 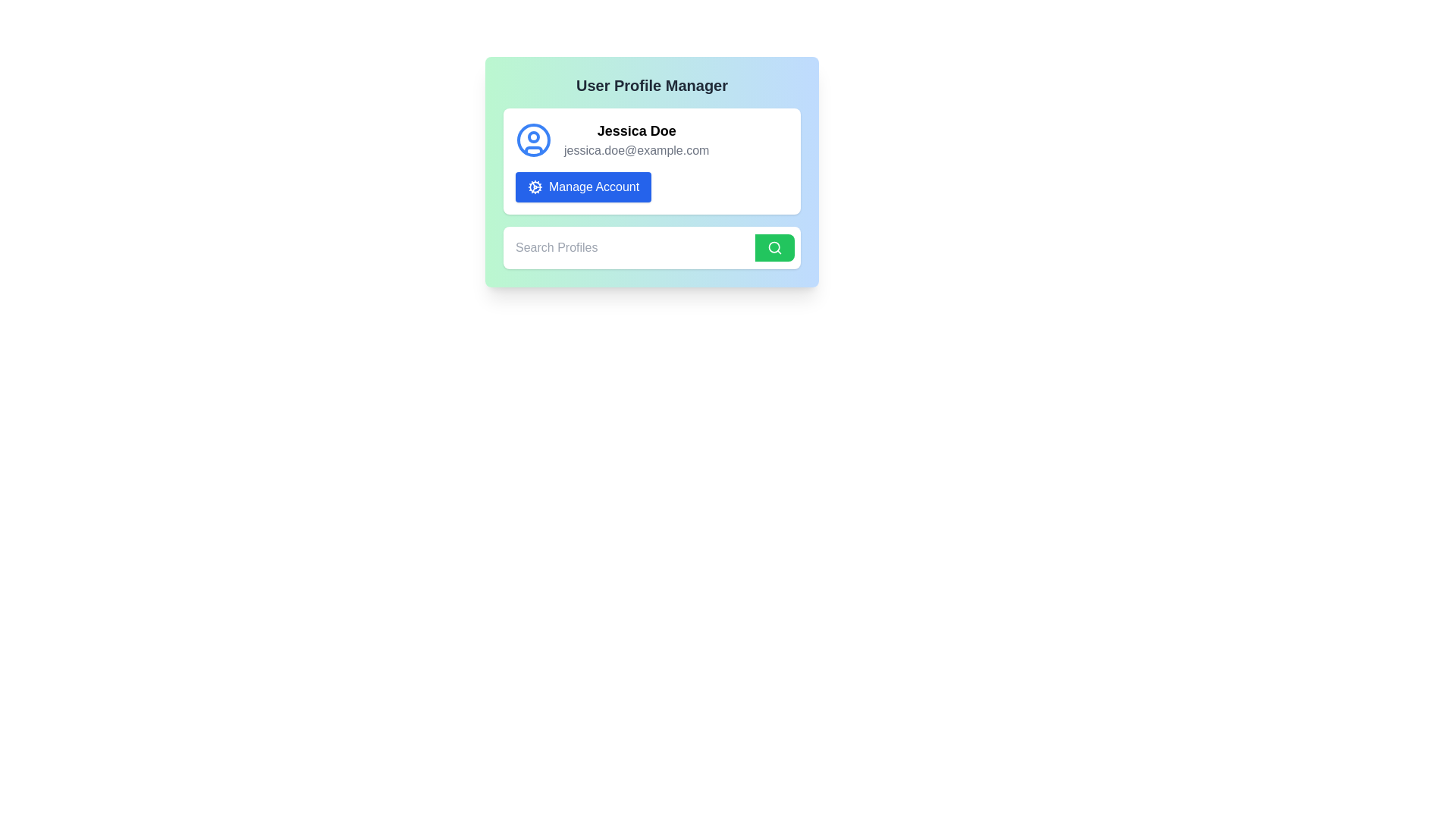 What do you see at coordinates (651, 171) in the screenshot?
I see `the account management button located inside a white box just below the user's name and email address` at bounding box center [651, 171].